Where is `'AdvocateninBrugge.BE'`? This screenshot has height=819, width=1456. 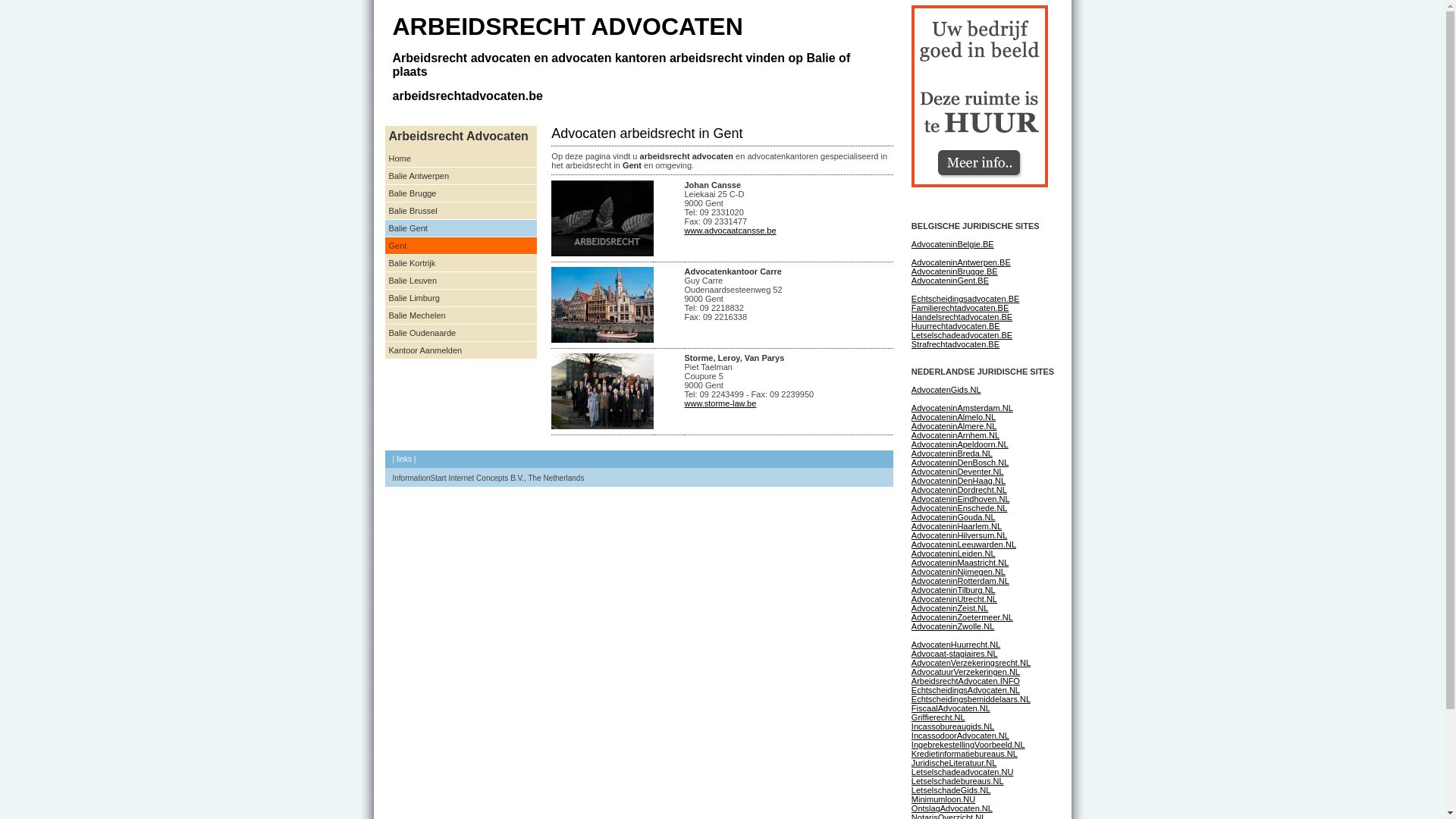 'AdvocateninBrugge.BE' is located at coordinates (953, 271).